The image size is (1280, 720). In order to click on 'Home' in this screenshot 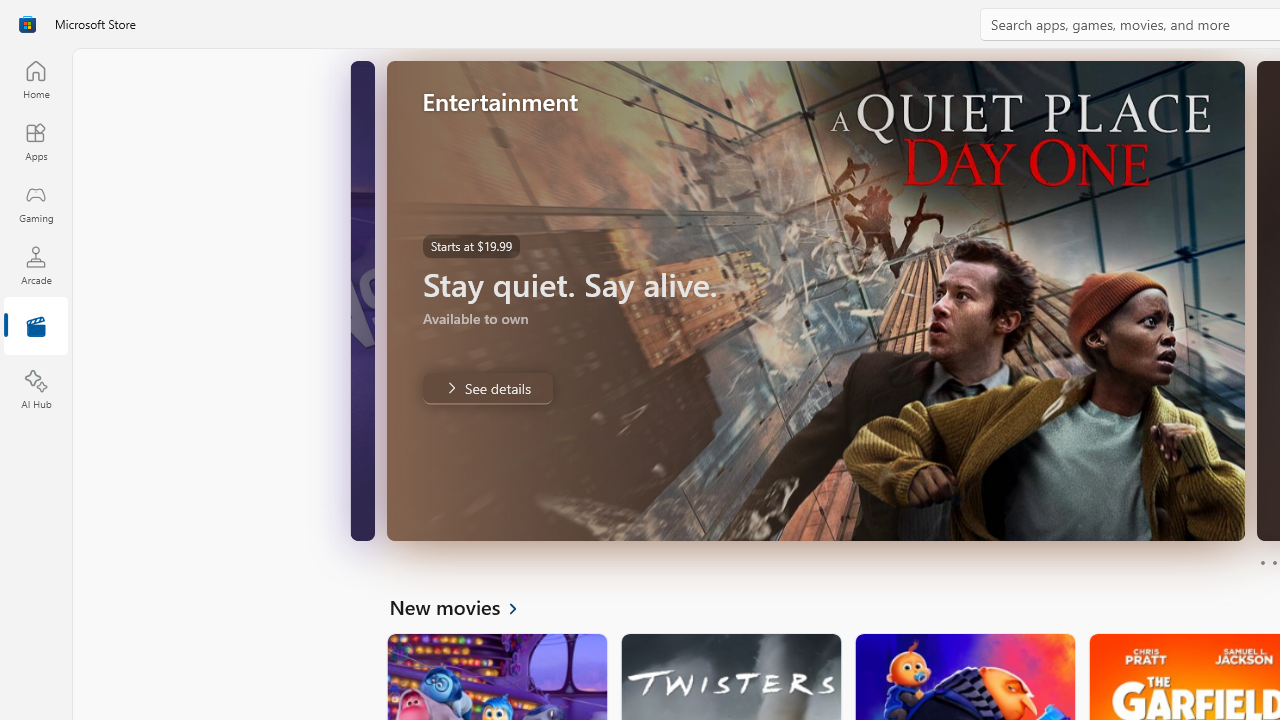, I will do `click(35, 78)`.